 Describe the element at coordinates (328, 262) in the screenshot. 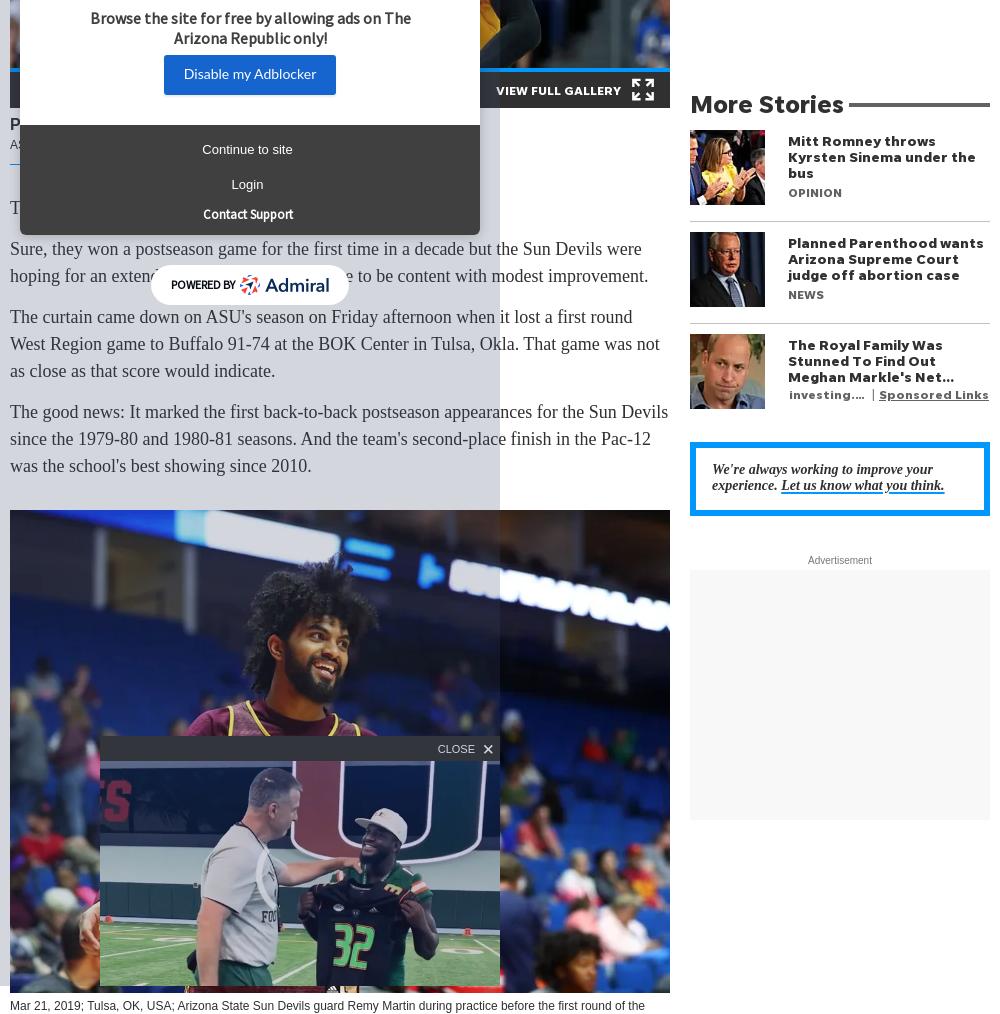

I see `'Sure, they won a postseason game for the first time in a decade but the Sun Devils were hoping for an extended run. Instead they'll have to be content with modest improvement.'` at that location.